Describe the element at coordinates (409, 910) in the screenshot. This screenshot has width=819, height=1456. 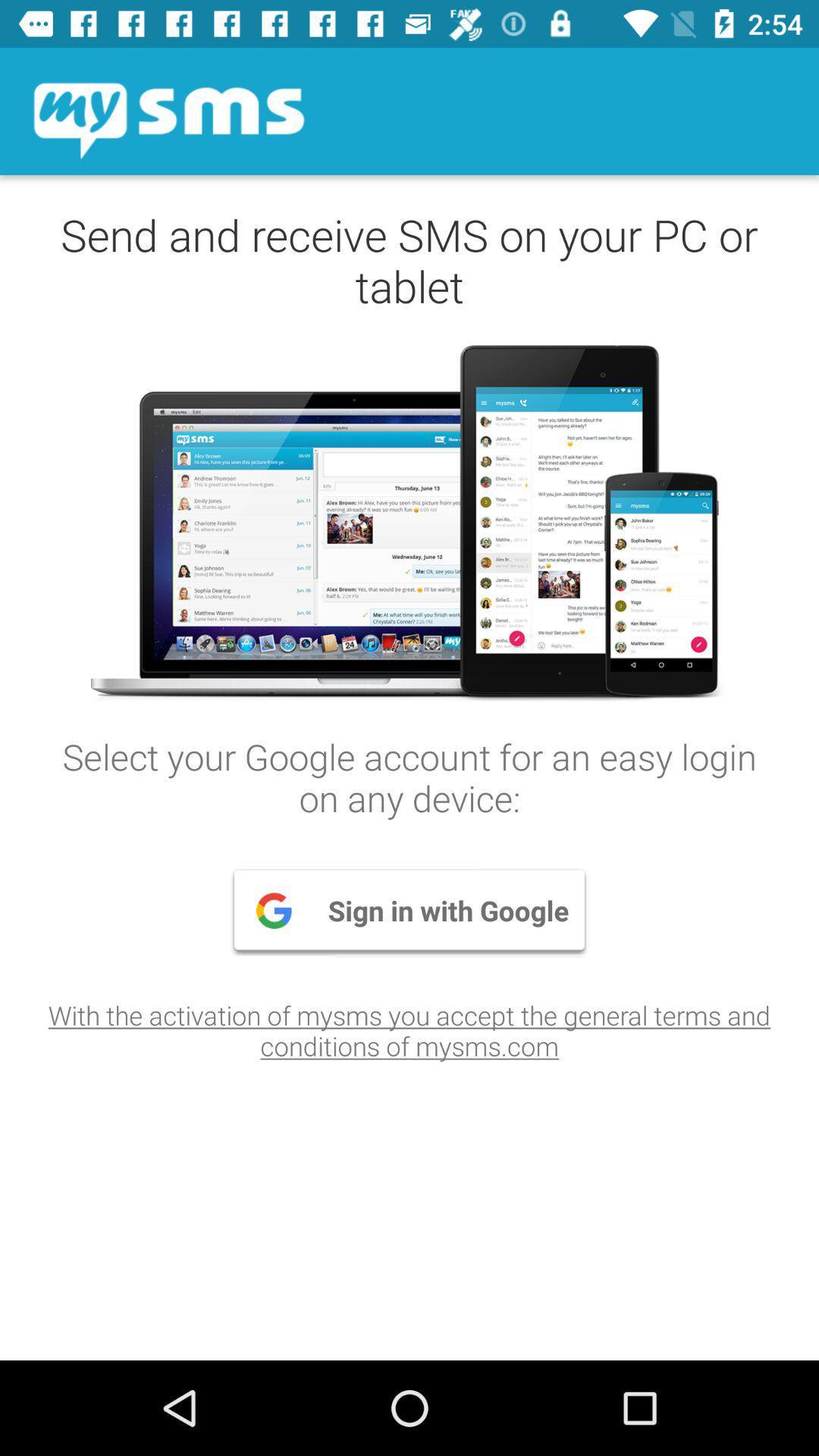
I see `the item above with the activation item` at that location.